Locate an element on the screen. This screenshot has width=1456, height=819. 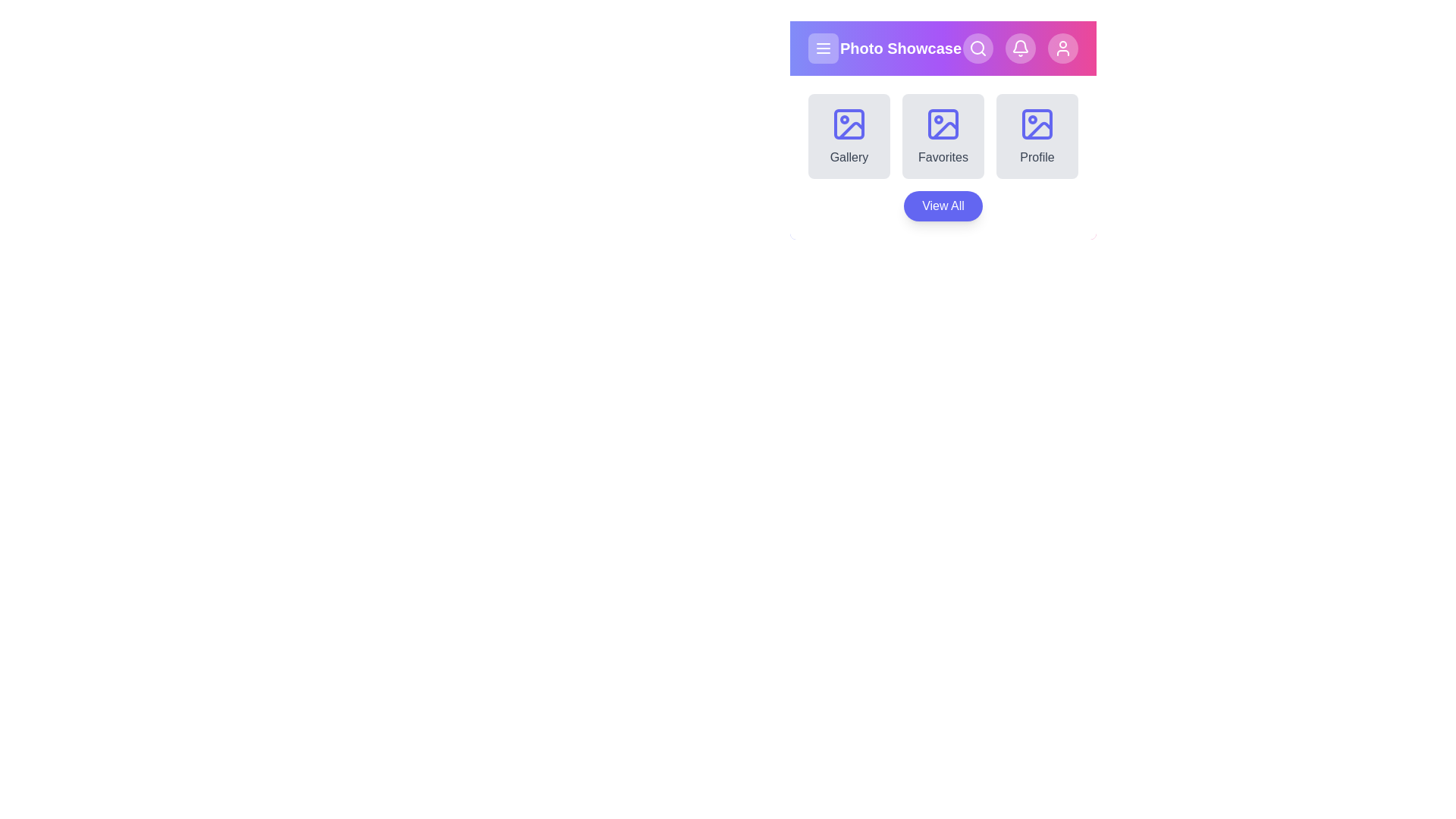
the Favorites section from the available options is located at coordinates (942, 136).